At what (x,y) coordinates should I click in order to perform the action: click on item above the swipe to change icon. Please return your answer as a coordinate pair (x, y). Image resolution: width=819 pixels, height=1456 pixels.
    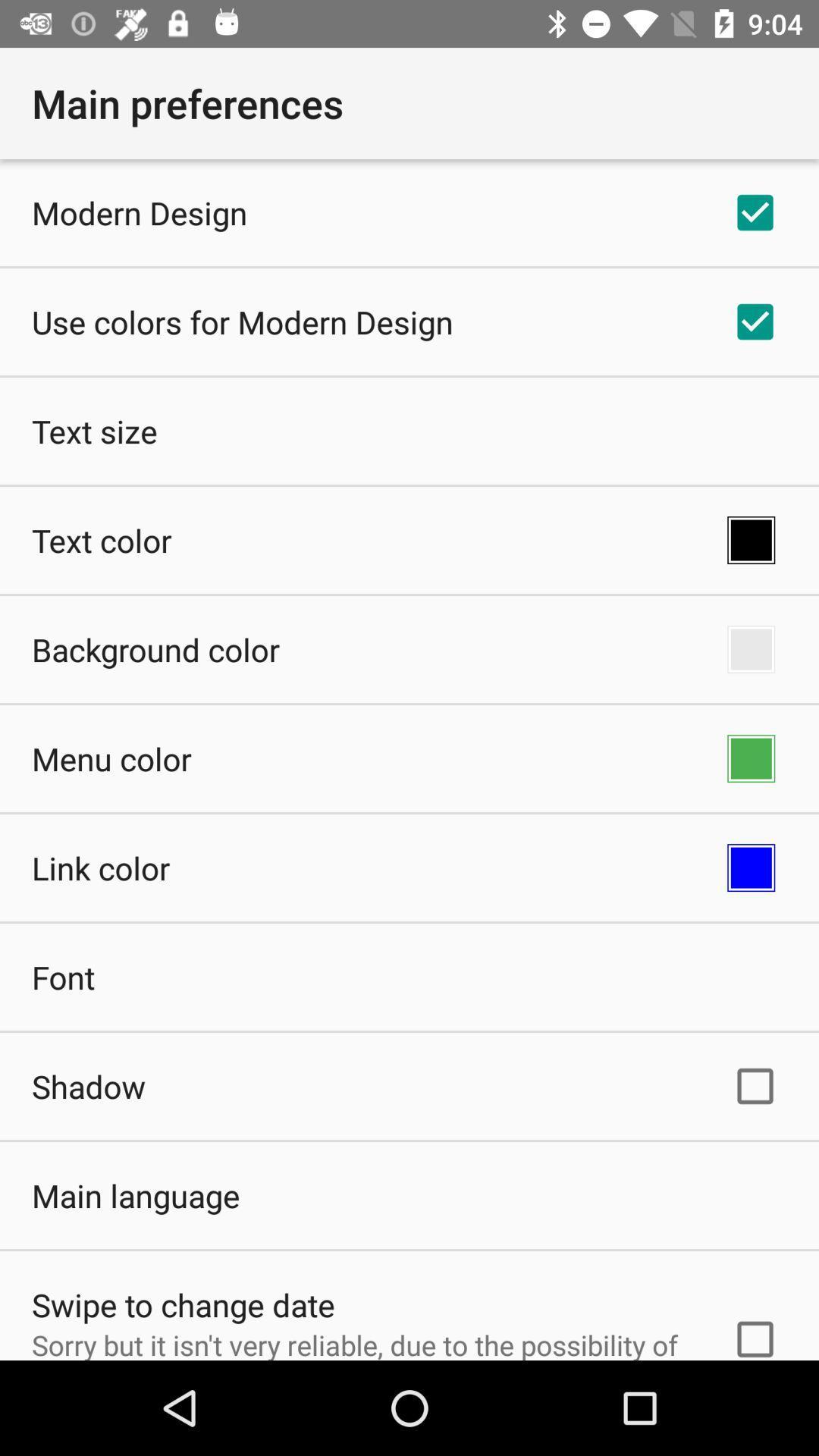
    Looking at the image, I should click on (135, 1194).